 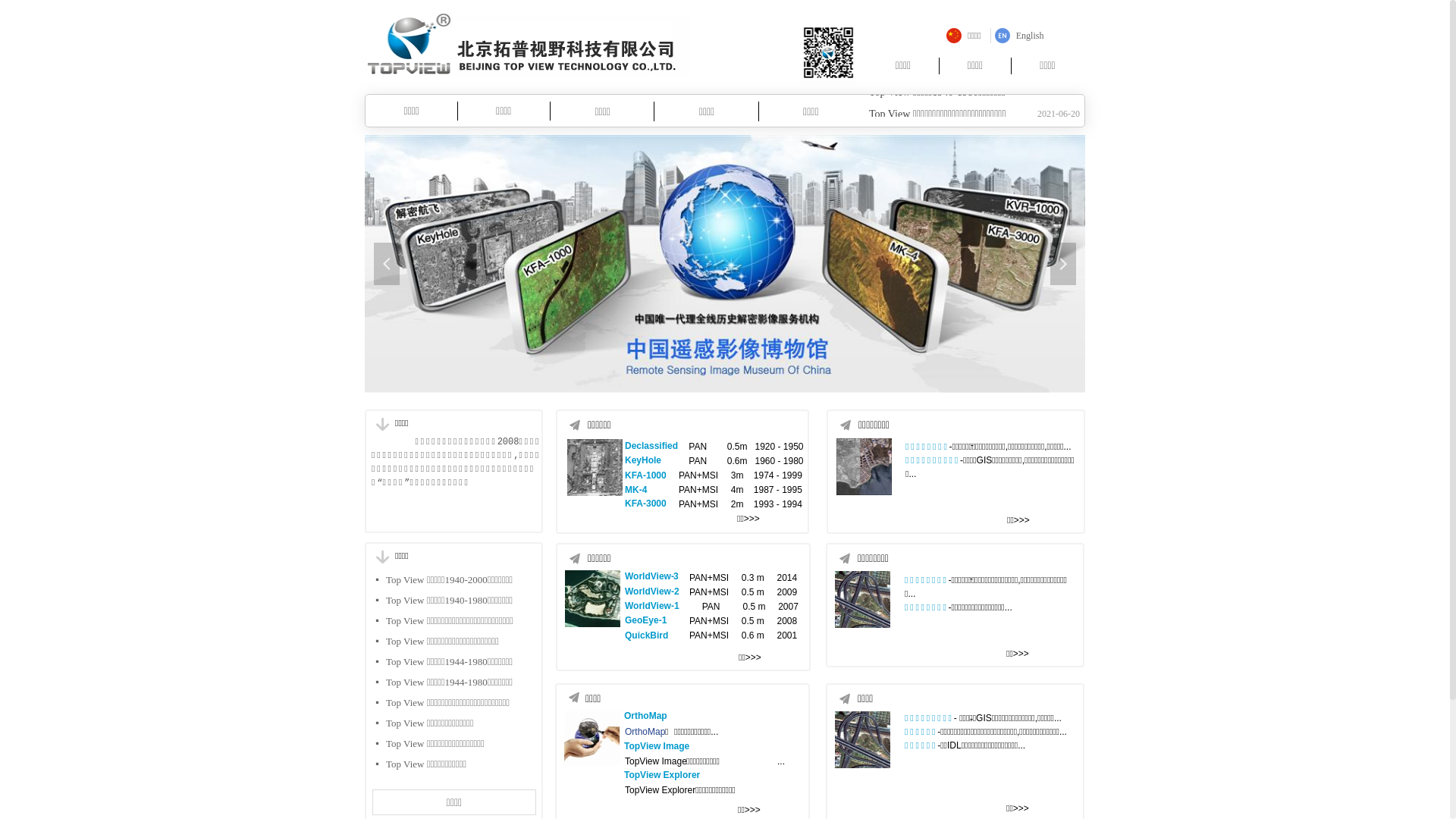 What do you see at coordinates (620, 716) in the screenshot?
I see `'OrthoMap'` at bounding box center [620, 716].